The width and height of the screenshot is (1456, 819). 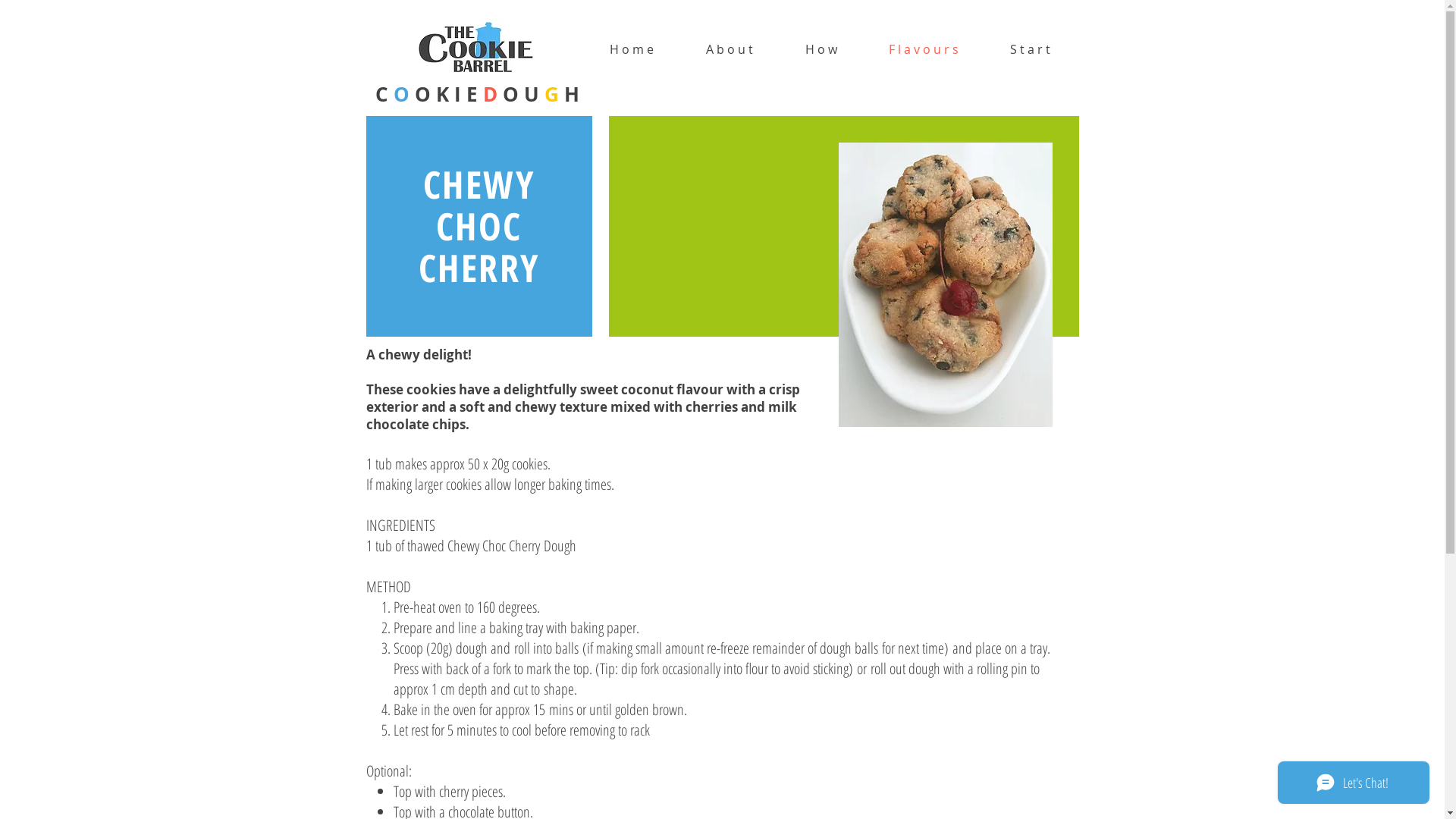 What do you see at coordinates (1030, 49) in the screenshot?
I see `'S t a r t'` at bounding box center [1030, 49].